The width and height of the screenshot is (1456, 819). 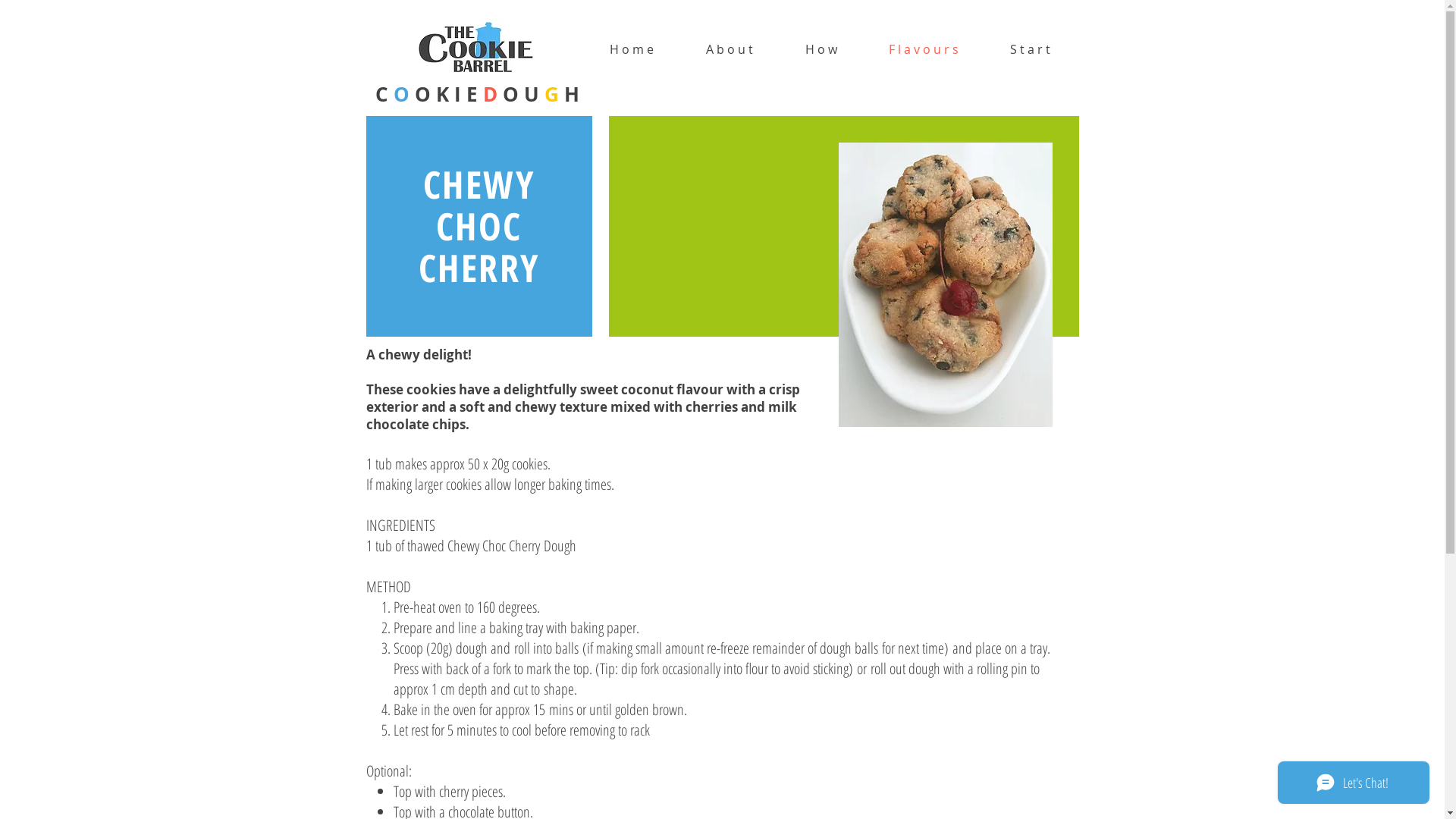 What do you see at coordinates (1030, 49) in the screenshot?
I see `'S t a r t'` at bounding box center [1030, 49].